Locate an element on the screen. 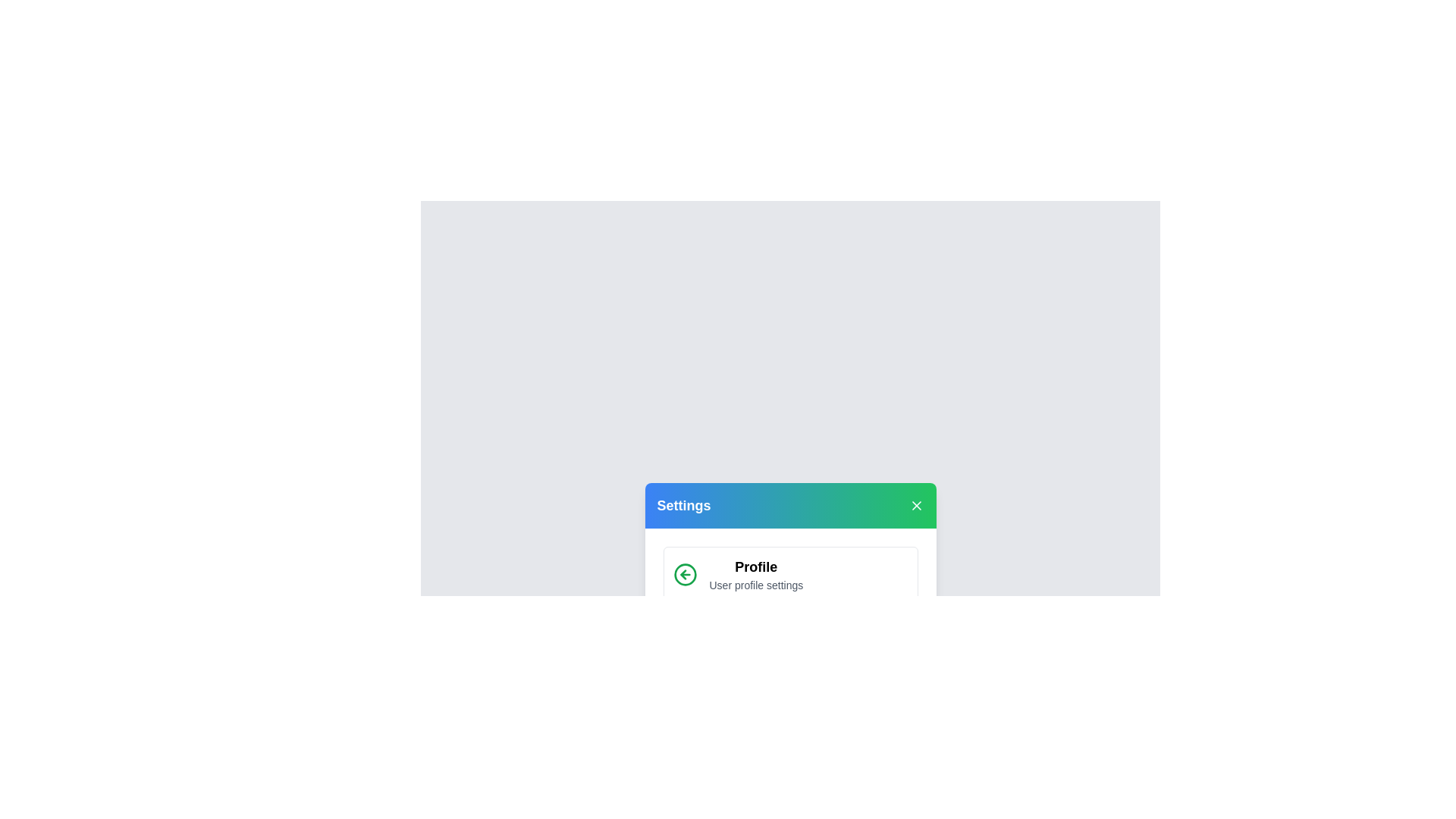 The width and height of the screenshot is (1456, 819). the close button in the header of the dialog is located at coordinates (915, 506).